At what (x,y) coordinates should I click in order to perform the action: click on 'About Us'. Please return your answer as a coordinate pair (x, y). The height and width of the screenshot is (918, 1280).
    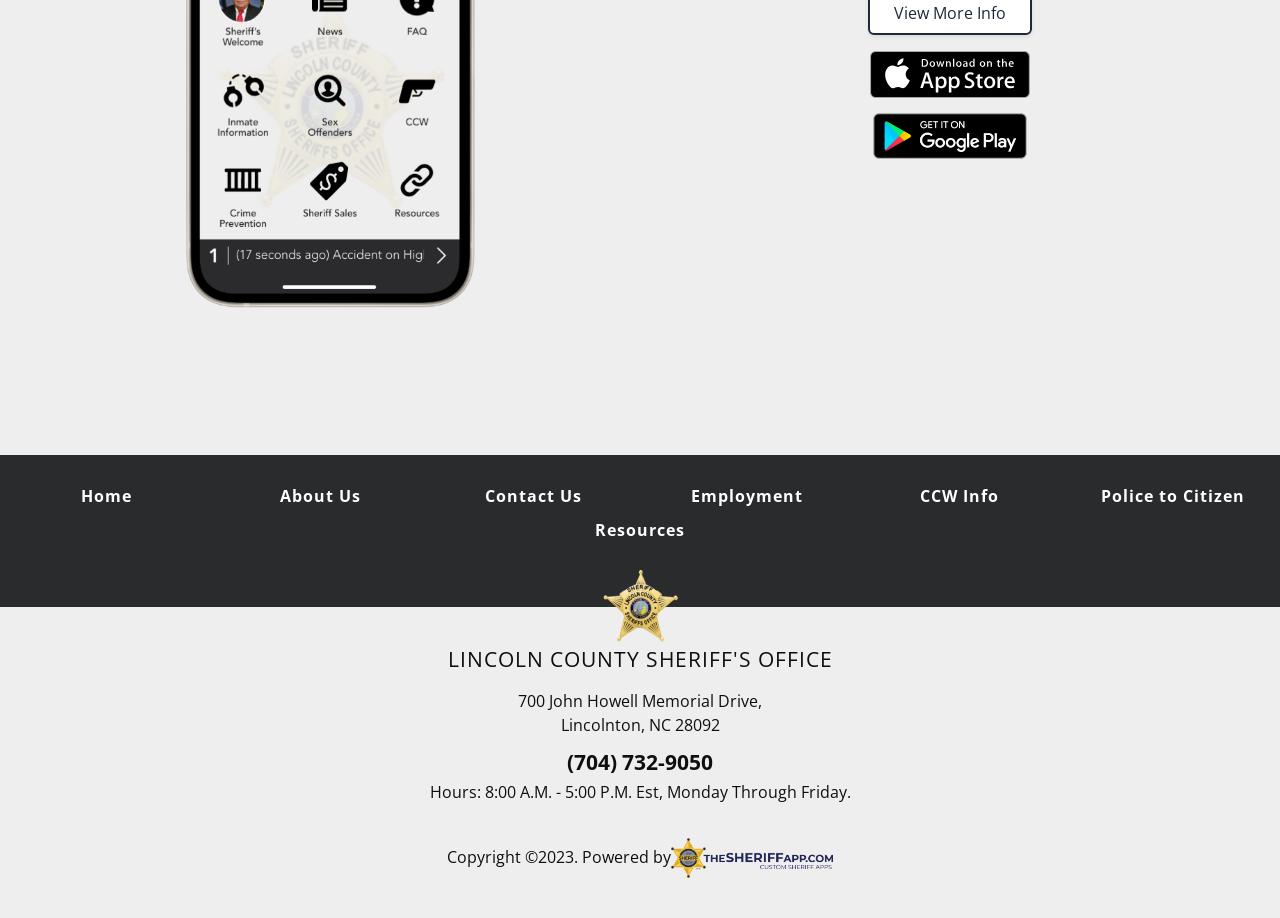
    Looking at the image, I should click on (278, 495).